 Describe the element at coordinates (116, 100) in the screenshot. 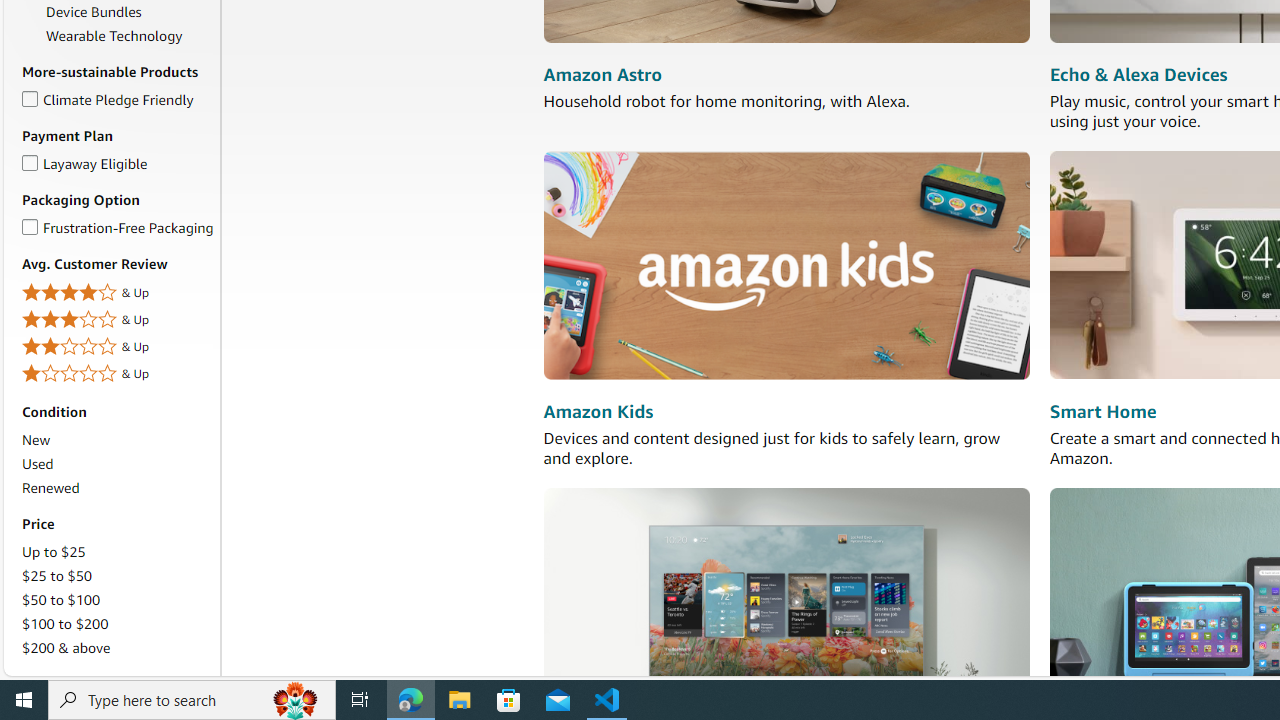

I see `'Climate Pledge FriendlyClimate Pledge Friendly'` at that location.